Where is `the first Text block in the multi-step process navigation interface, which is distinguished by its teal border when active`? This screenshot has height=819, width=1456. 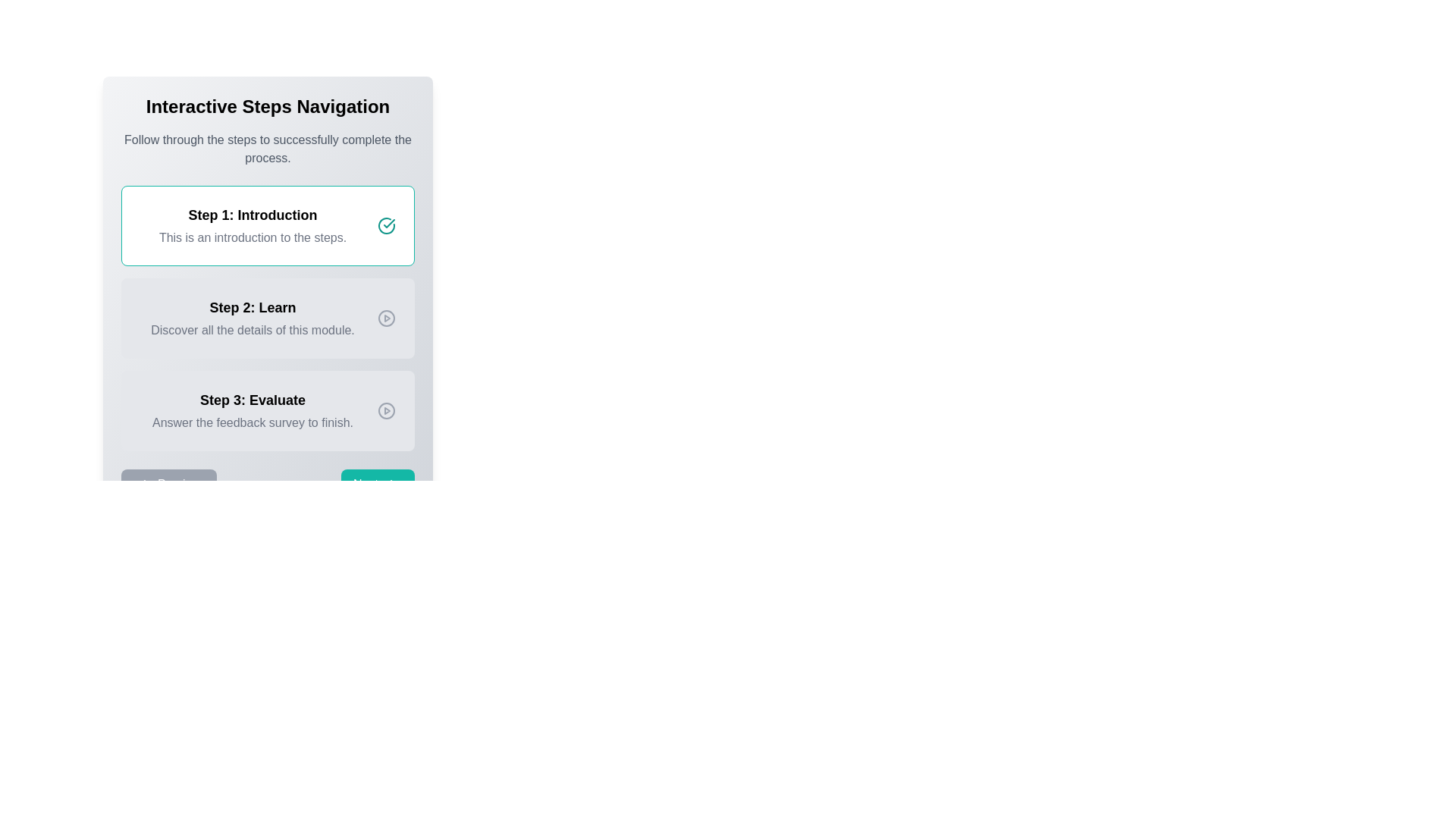
the first Text block in the multi-step process navigation interface, which is distinguished by its teal border when active is located at coordinates (253, 225).